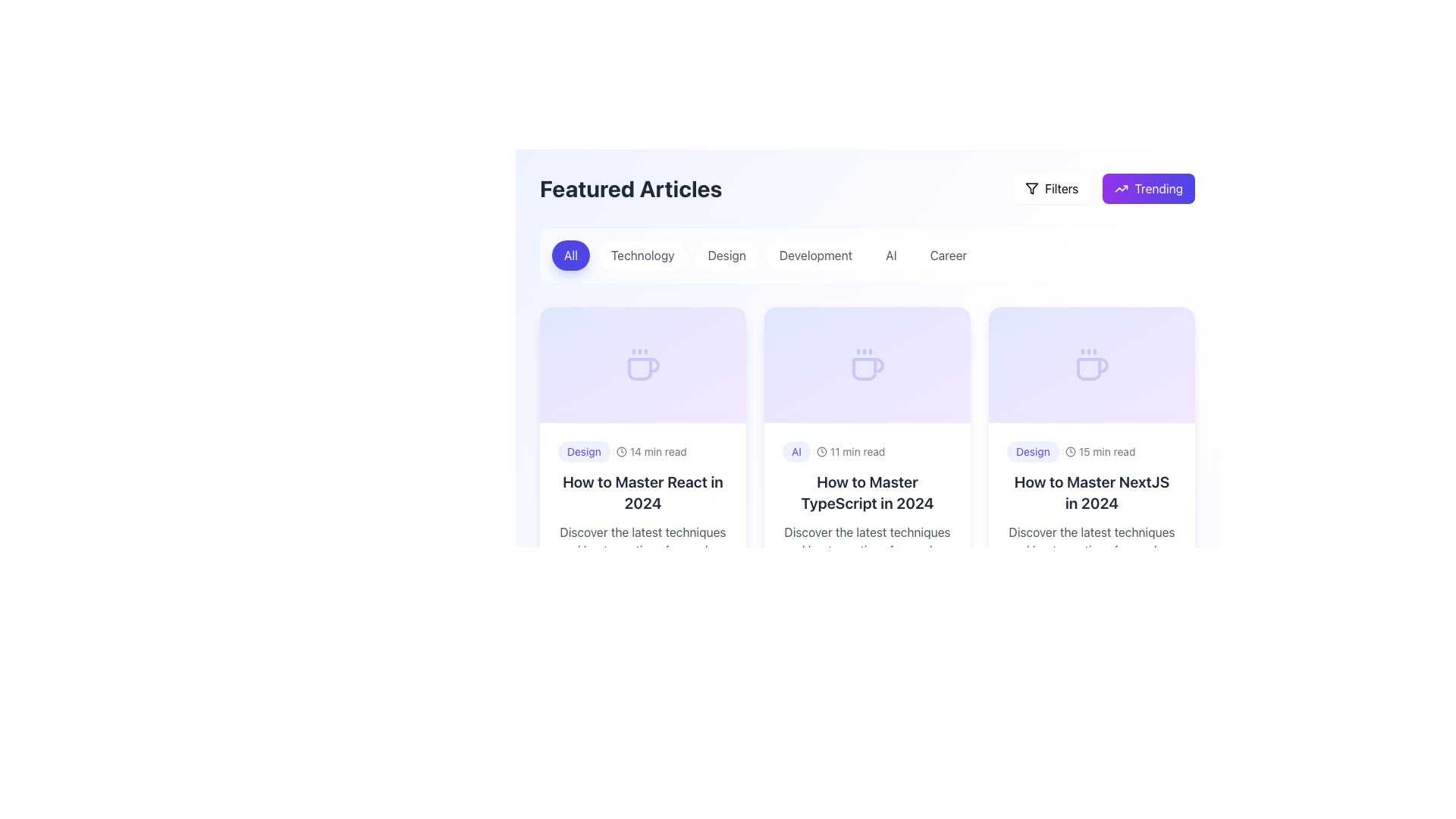 This screenshot has width=1456, height=819. Describe the element at coordinates (621, 451) in the screenshot. I see `the non-interactive estimated reading time icon that precedes the '14 min read' label in the card titled 'How to Master React in 2024.'` at that location.